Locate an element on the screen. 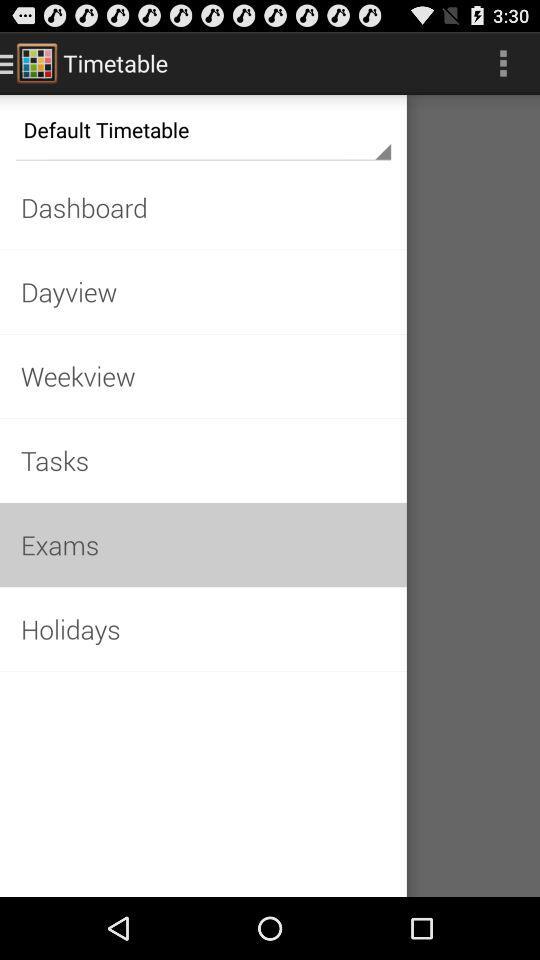 This screenshot has width=540, height=960. three dot symbol is located at coordinates (502, 63).